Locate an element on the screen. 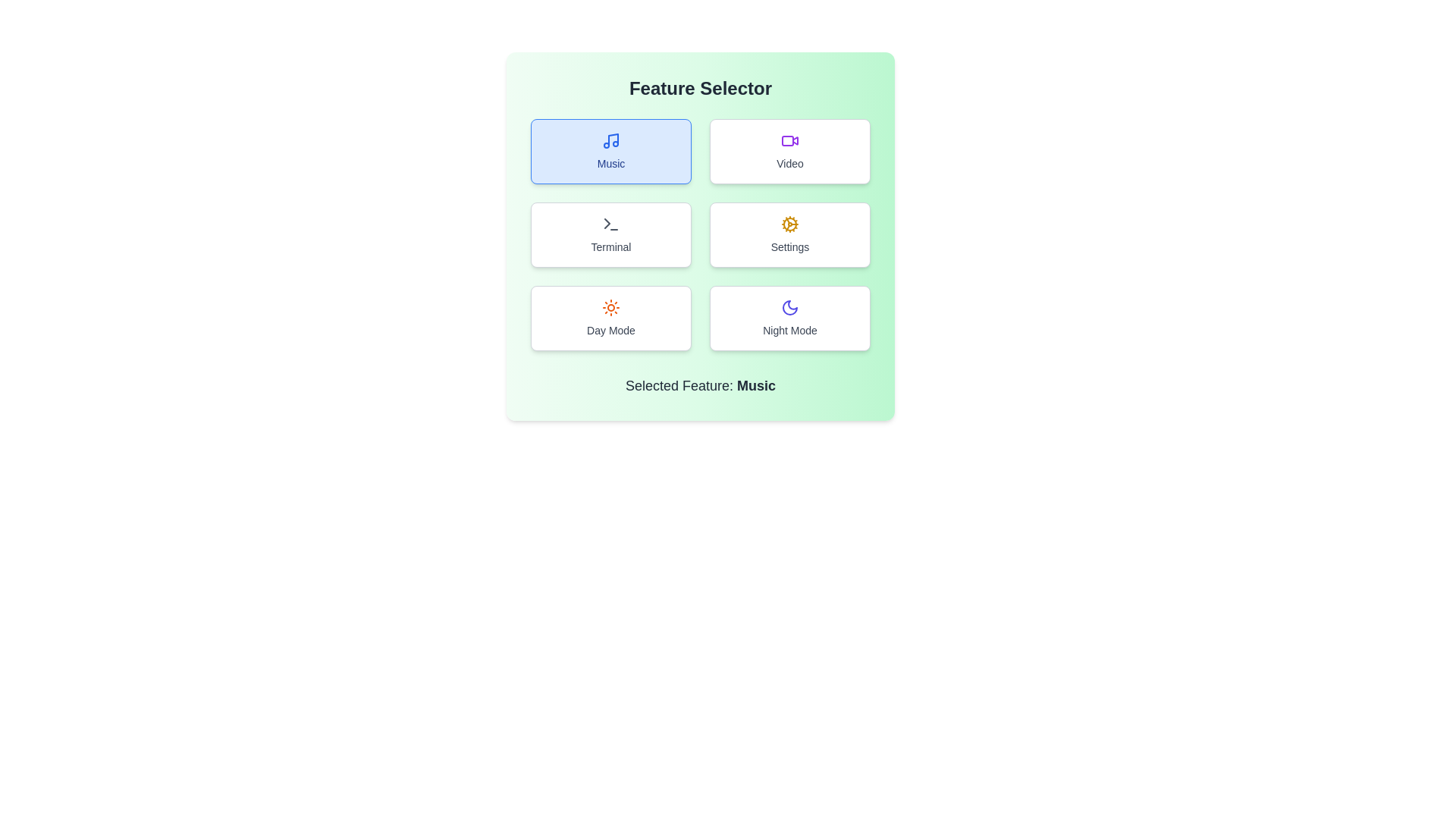 This screenshot has height=819, width=1456. the 'Day Mode' icon is located at coordinates (611, 307).